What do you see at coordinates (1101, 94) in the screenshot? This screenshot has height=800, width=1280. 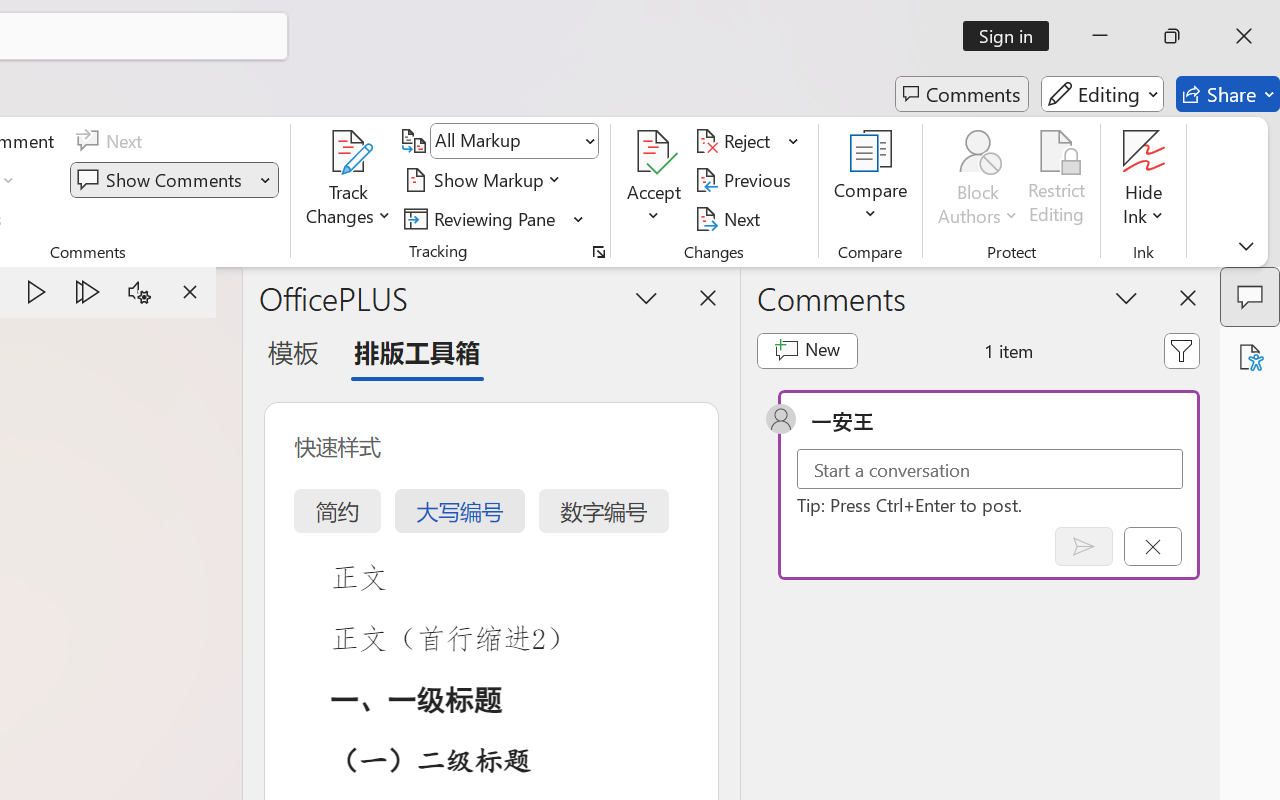 I see `'Editing'` at bounding box center [1101, 94].